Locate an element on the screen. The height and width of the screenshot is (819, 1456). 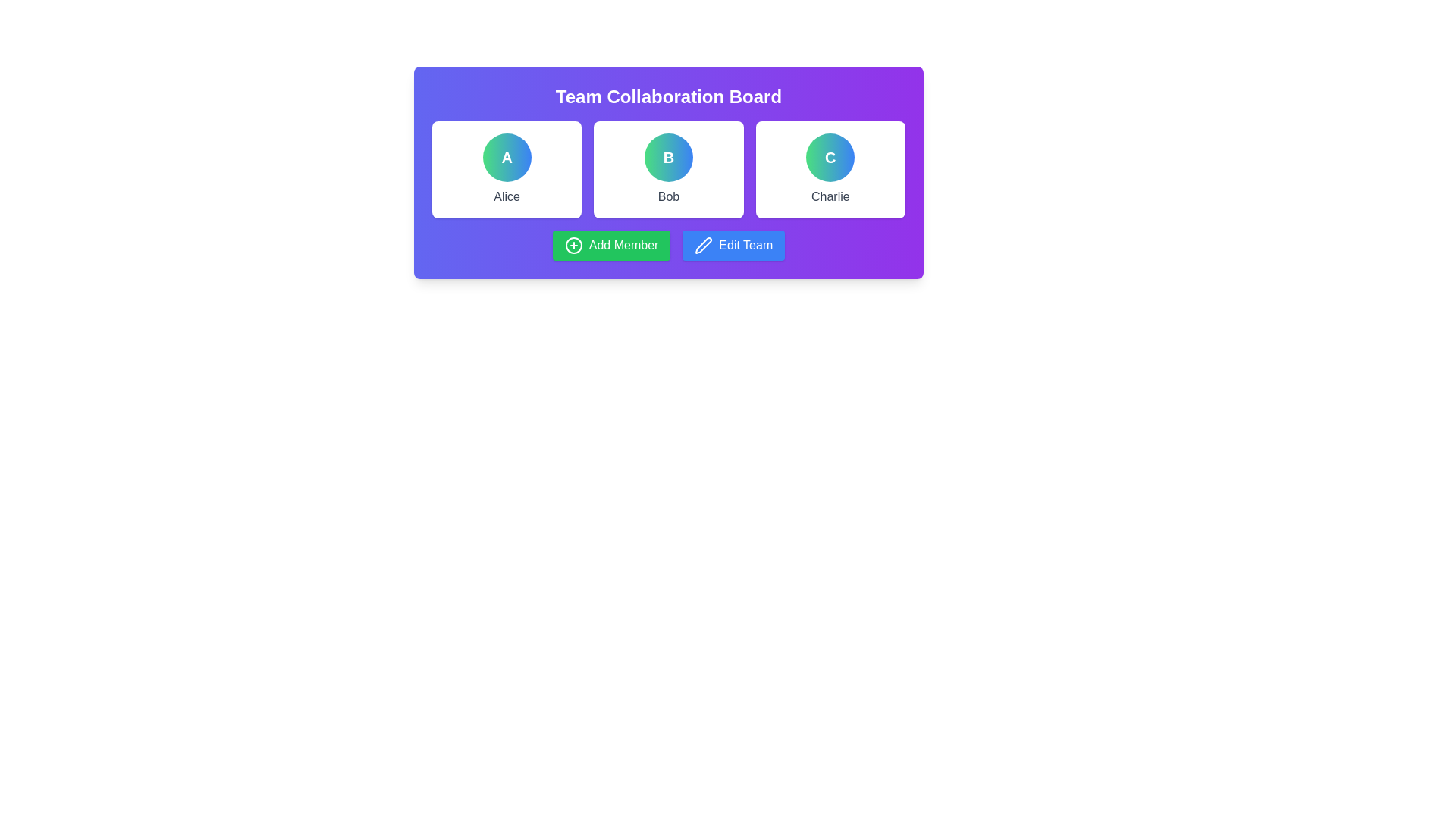
the 'Edit Team' button which contains a white pen icon on a blue background, located below the user panels and to the right of the 'Add Member' button is located at coordinates (703, 245).